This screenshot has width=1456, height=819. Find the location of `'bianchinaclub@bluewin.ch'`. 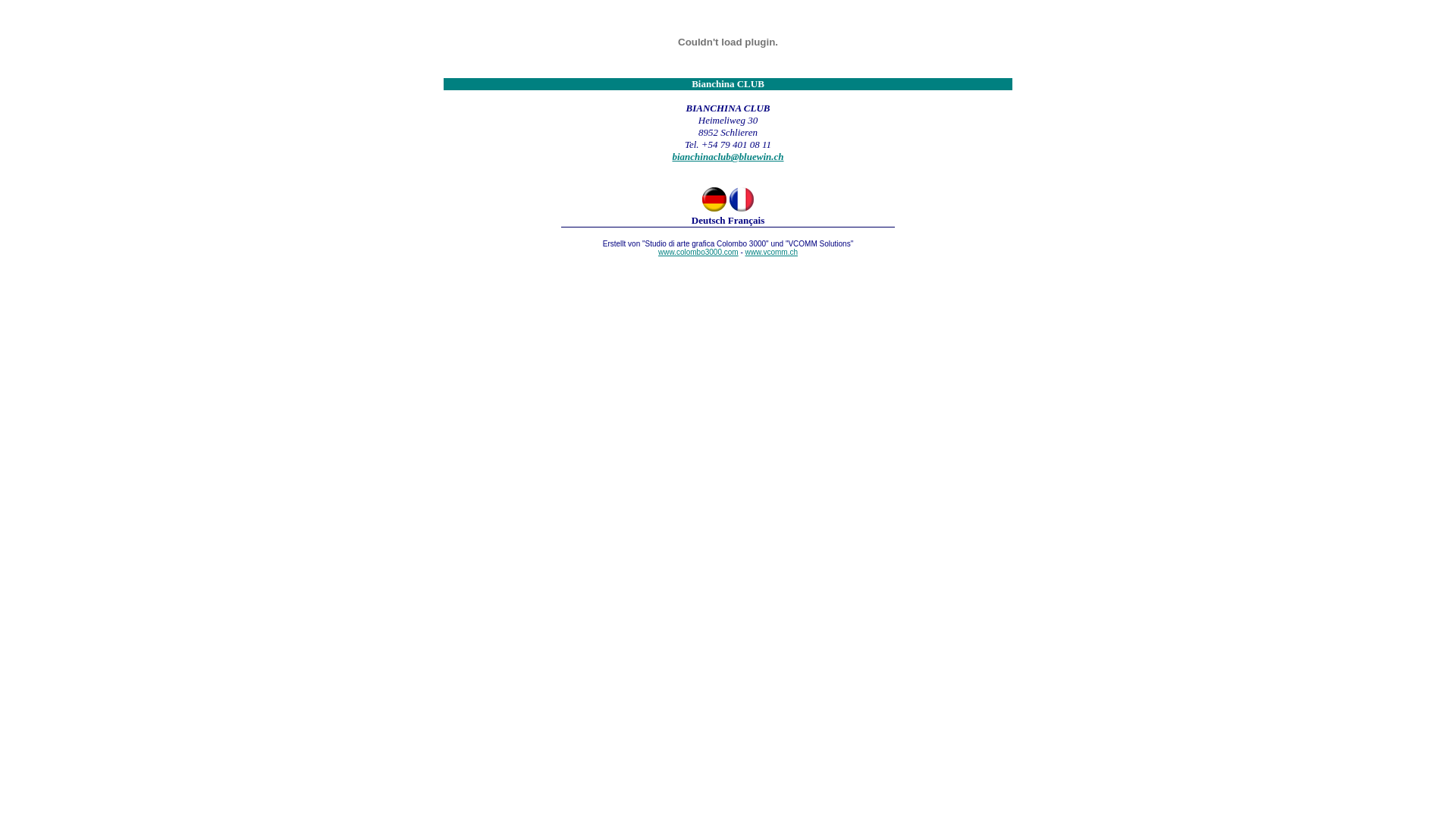

'bianchinaclub@bluewin.ch' is located at coordinates (726, 156).